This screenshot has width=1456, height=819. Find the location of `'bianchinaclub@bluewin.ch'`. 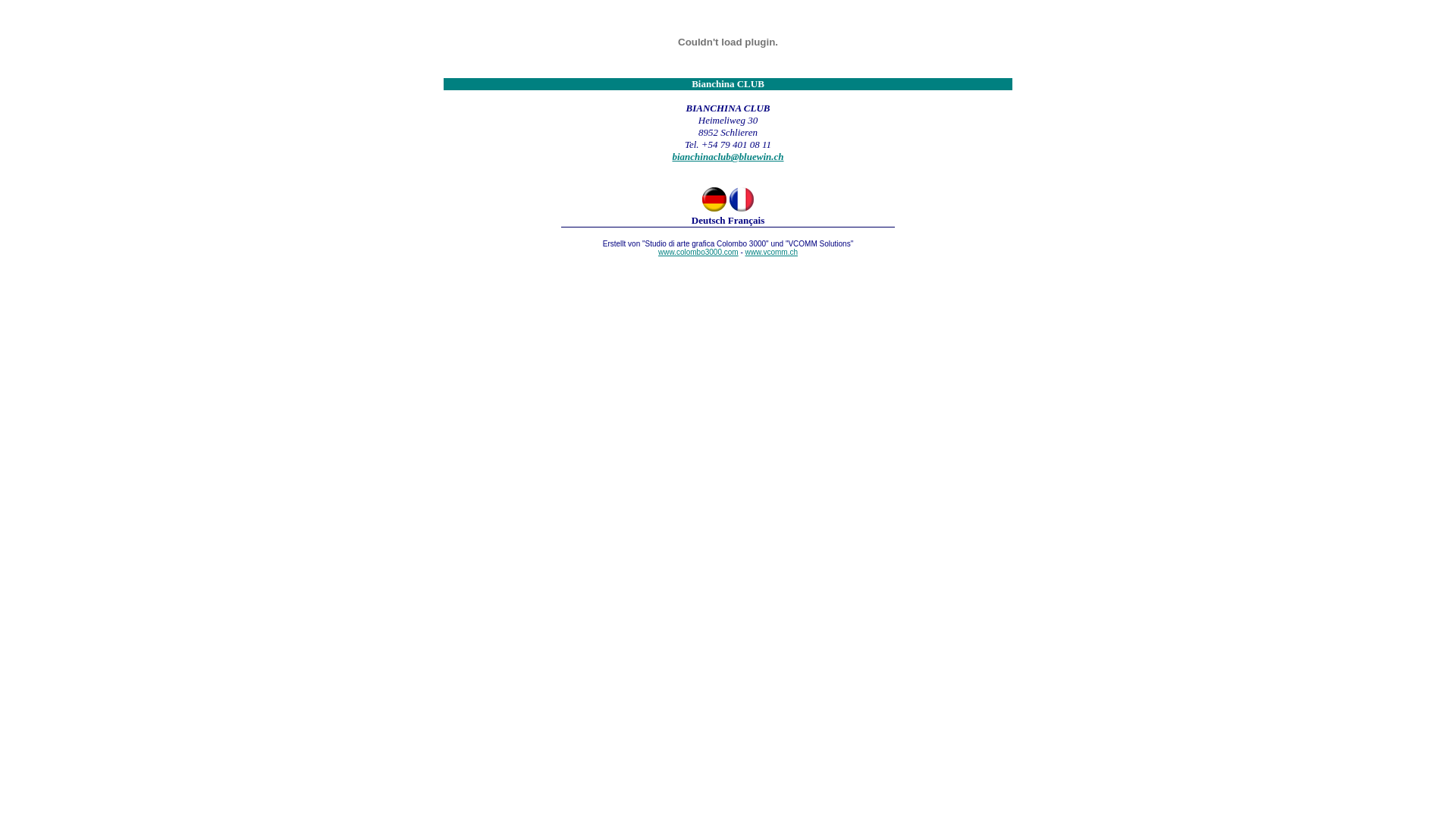

'bianchinaclub@bluewin.ch' is located at coordinates (726, 156).